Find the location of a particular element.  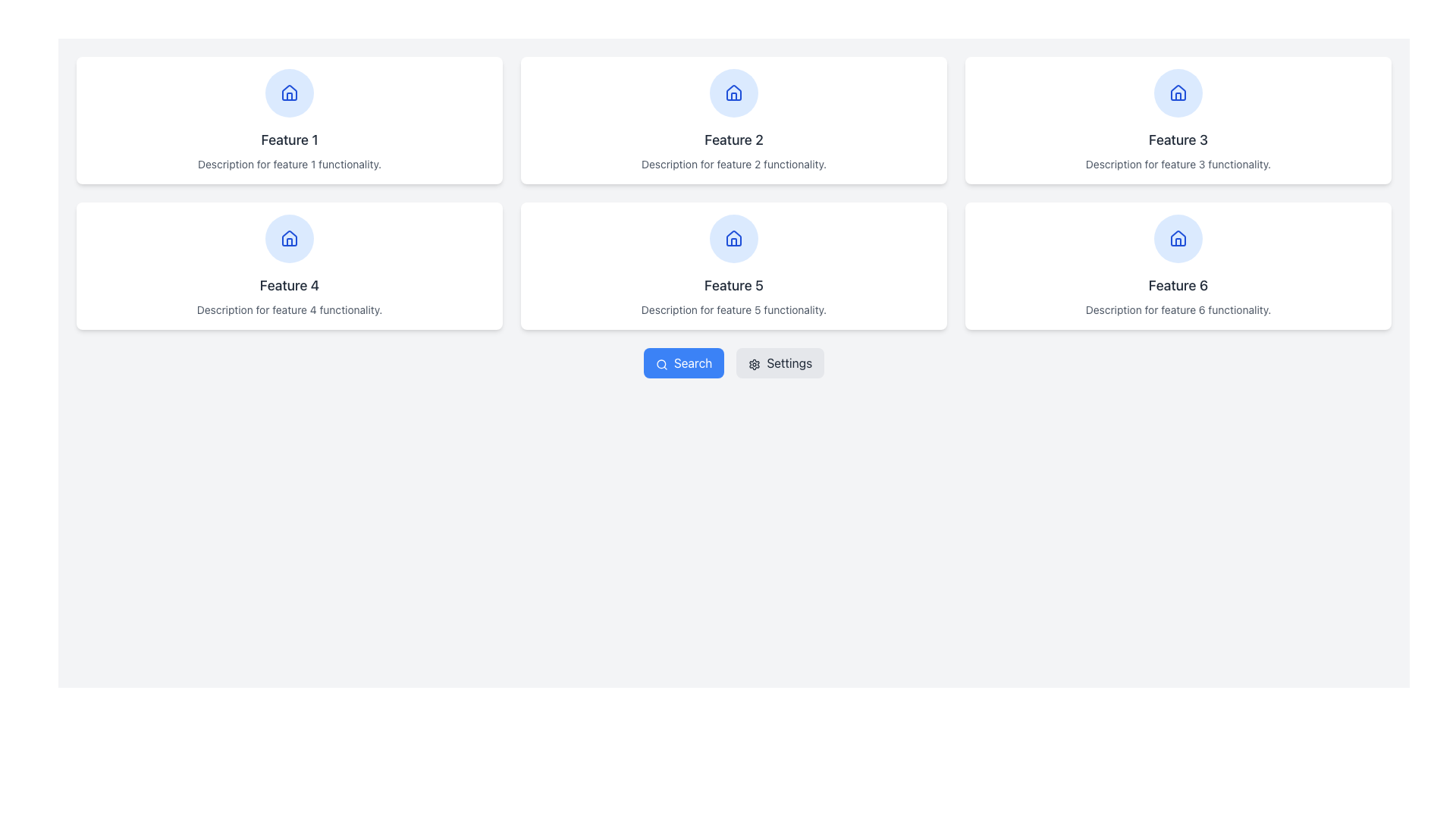

the house icon with a blue stroke that is part of the 'Feature 3' card in the upper-right grid layout is located at coordinates (1178, 93).